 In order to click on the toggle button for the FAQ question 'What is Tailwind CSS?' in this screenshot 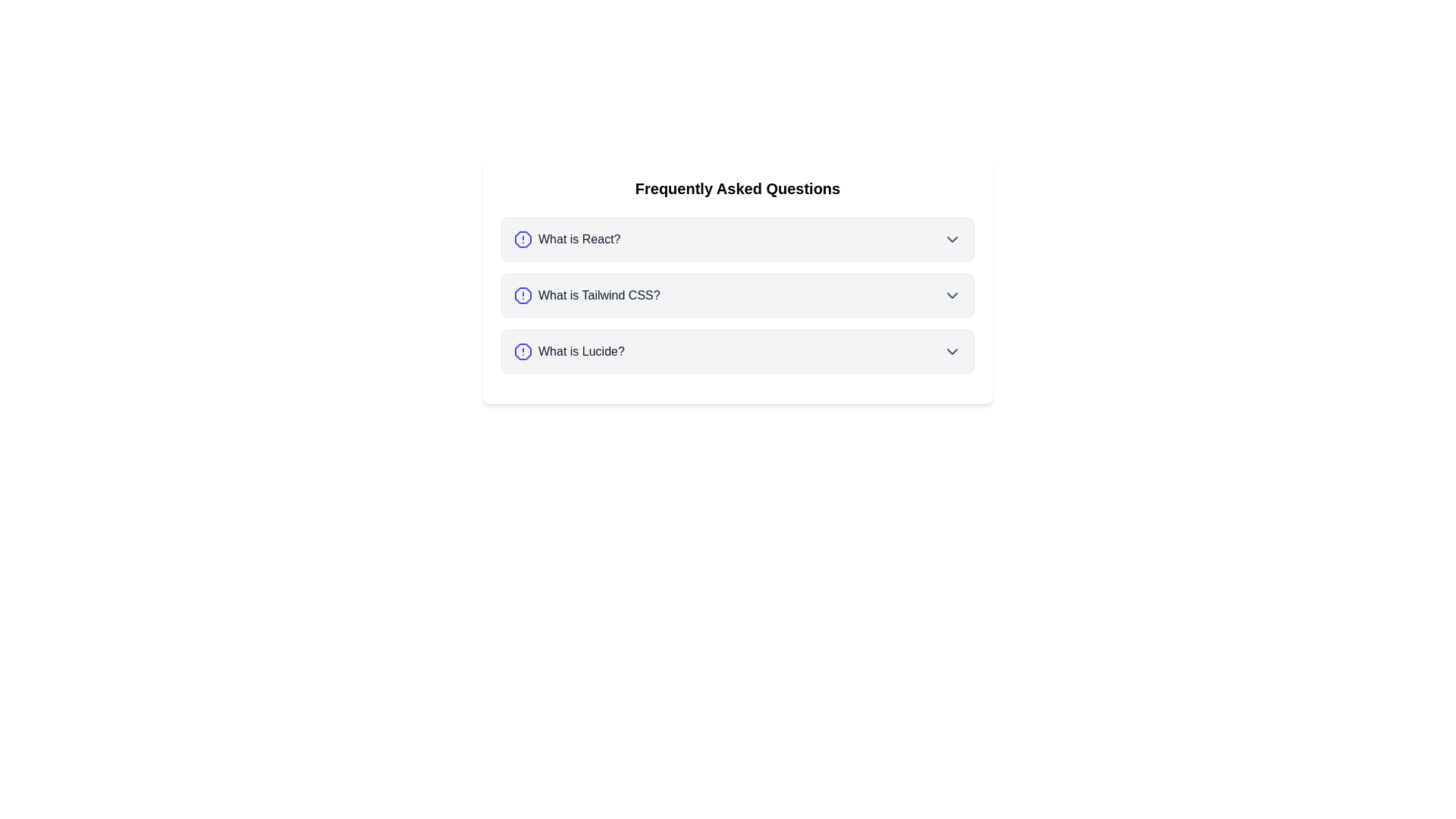, I will do `click(738, 295)`.